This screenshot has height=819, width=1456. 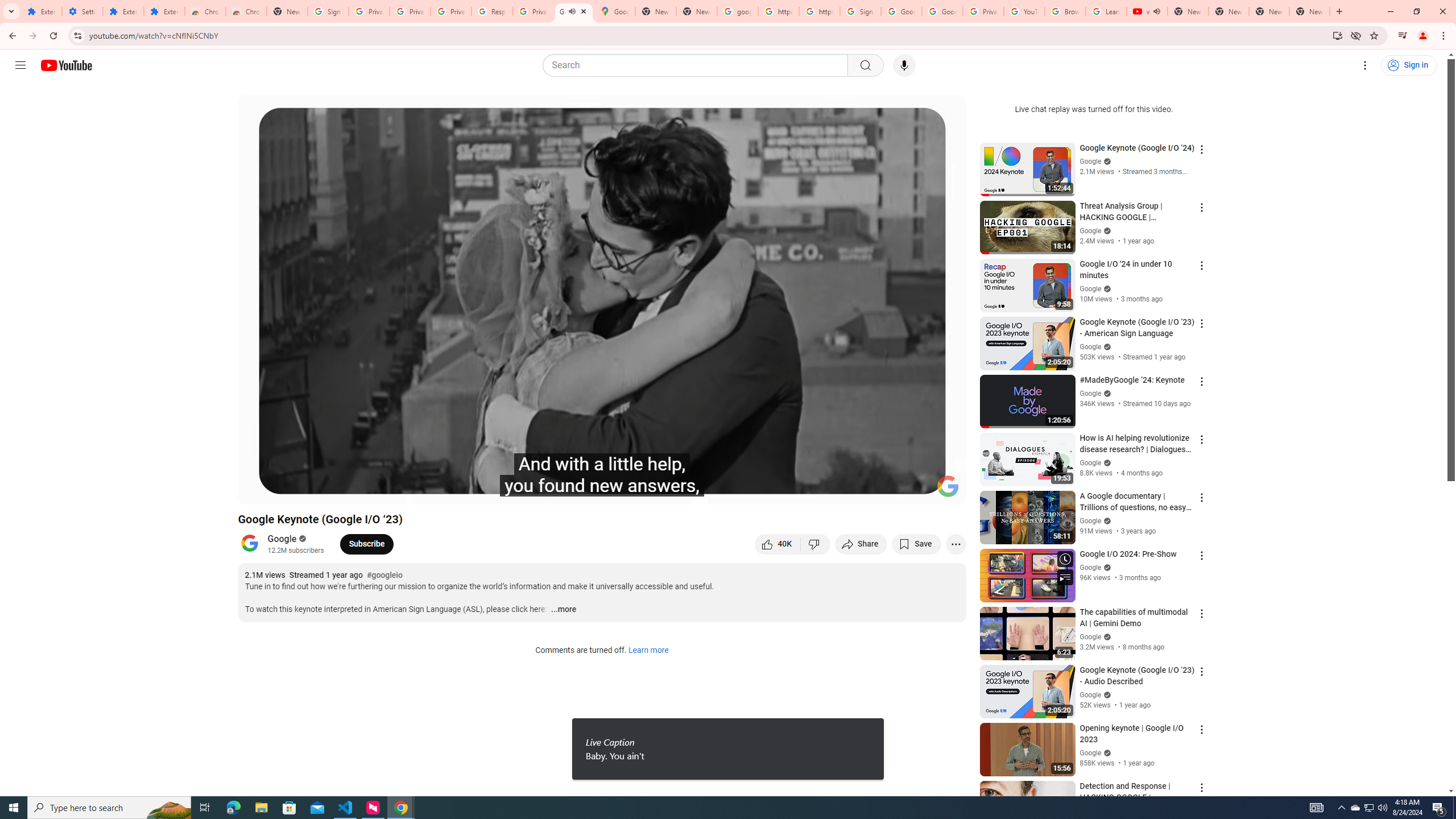 I want to click on 'Mute (m)', so click(x=312, y=490).